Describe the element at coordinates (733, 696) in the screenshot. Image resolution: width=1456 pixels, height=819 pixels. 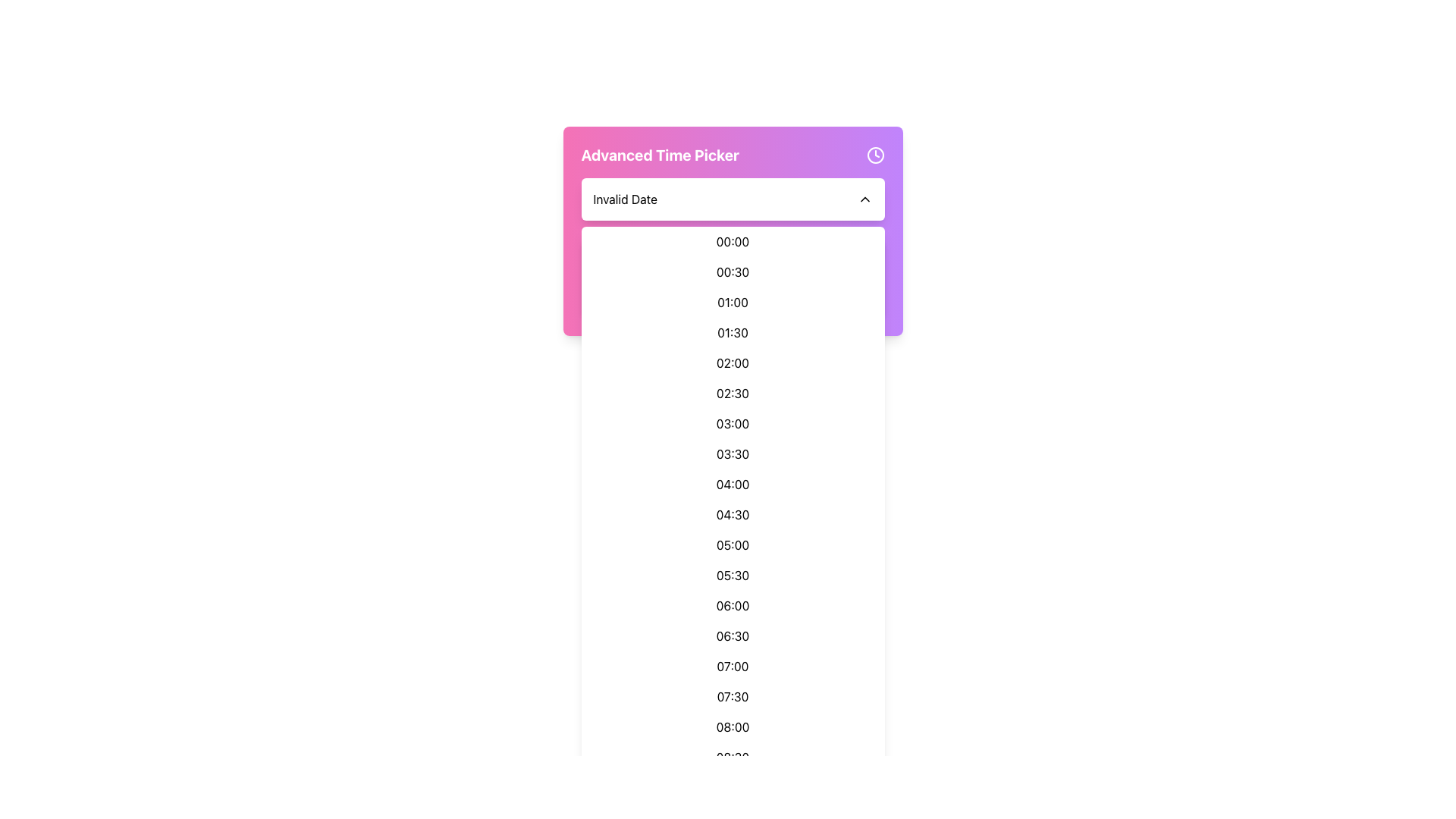
I see `the selectable list item representing the time entry '07:30' in the dropdown menu` at that location.